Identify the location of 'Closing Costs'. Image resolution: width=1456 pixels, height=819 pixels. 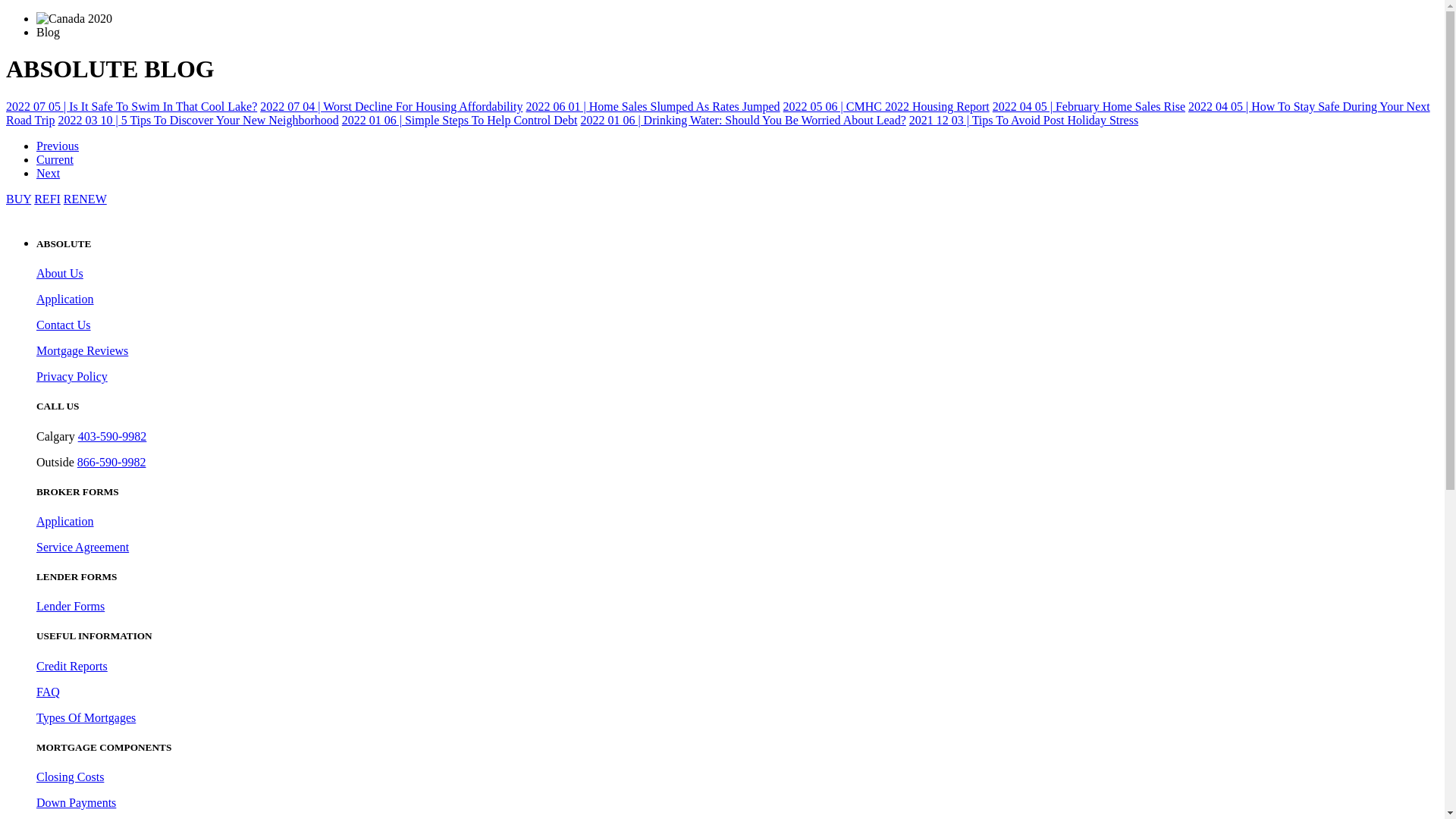
(36, 777).